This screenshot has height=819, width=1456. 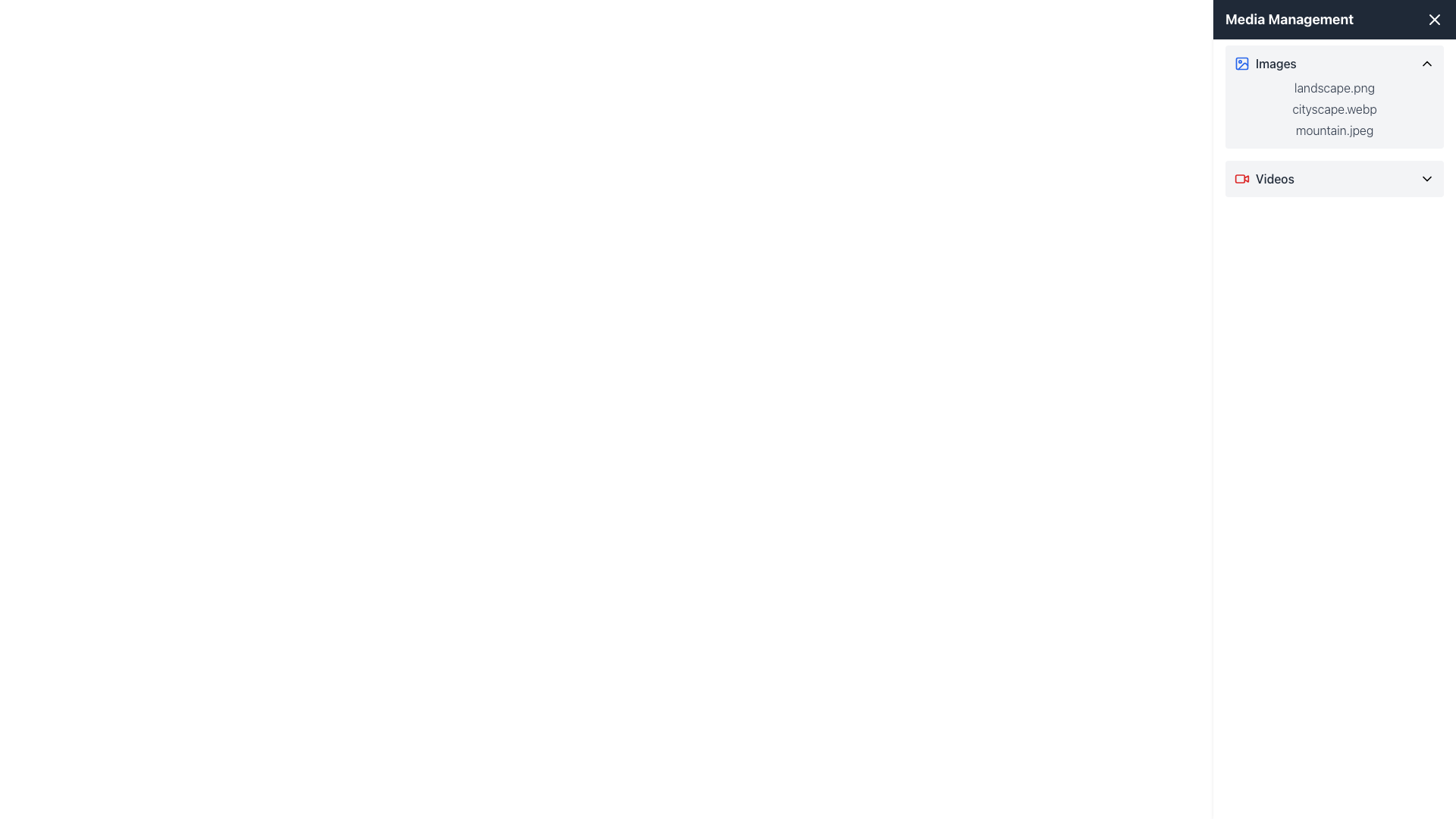 I want to click on the Text Label in the 'Media Management' section, so click(x=1275, y=63).